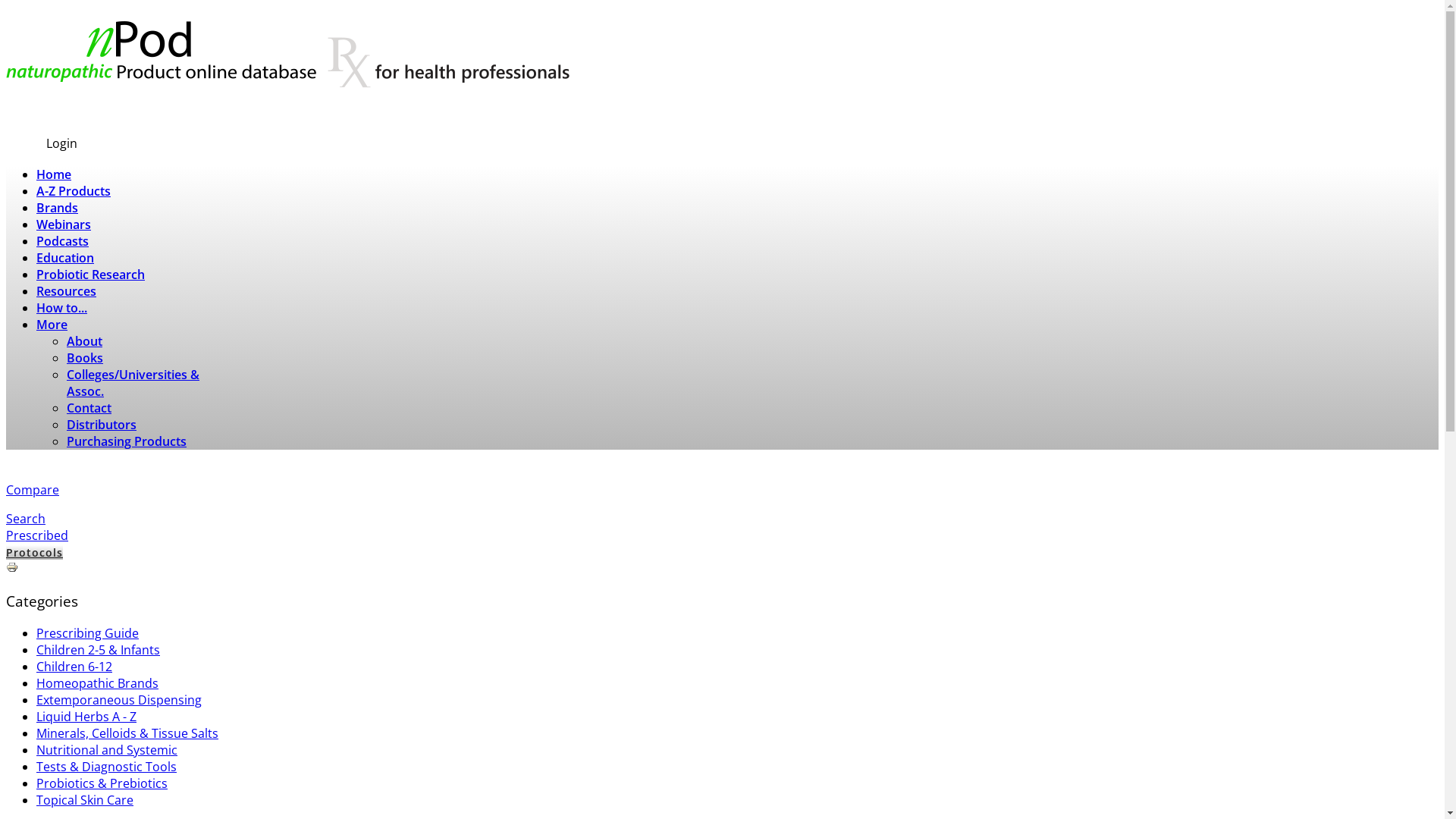 This screenshot has width=1456, height=819. What do you see at coordinates (36, 783) in the screenshot?
I see `'Probiotics & Prebiotics'` at bounding box center [36, 783].